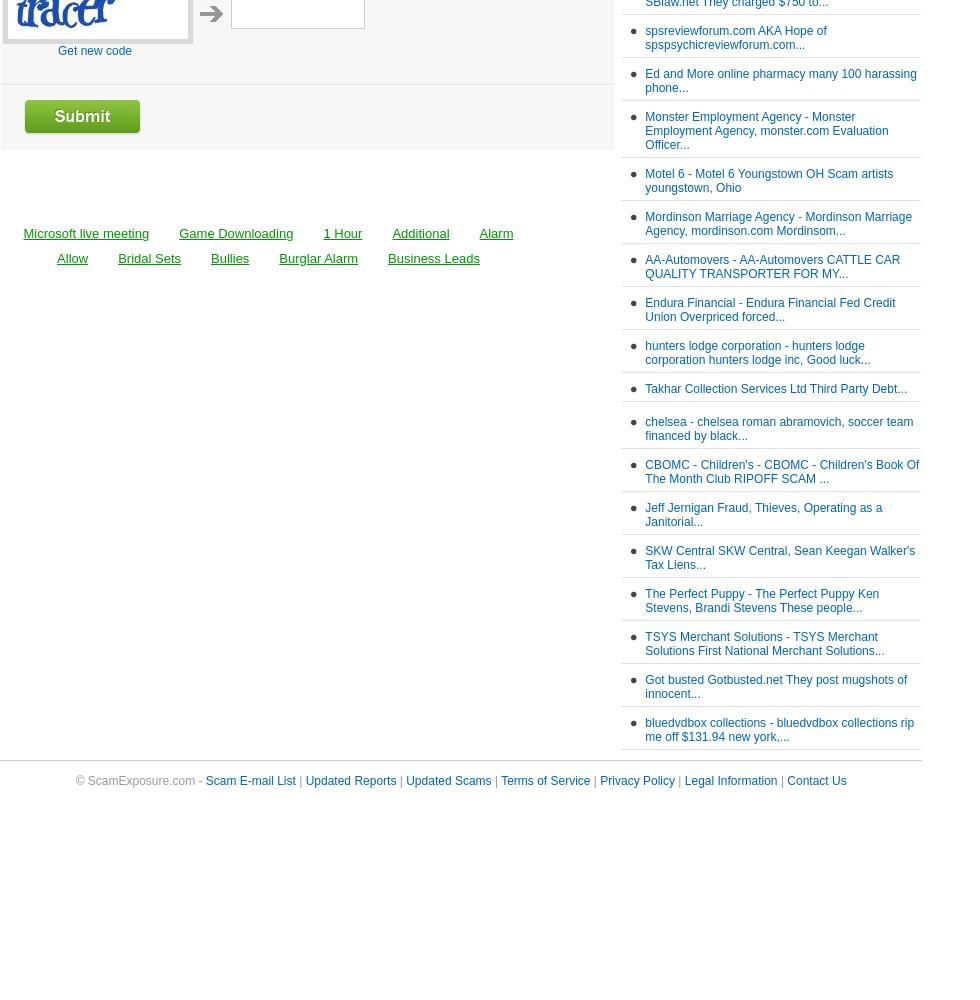  I want to click on 'CBOMC - Children's -  CBOMC - Children's Book Of The Month Club RIPOFF SCAM ...', so click(645, 471).